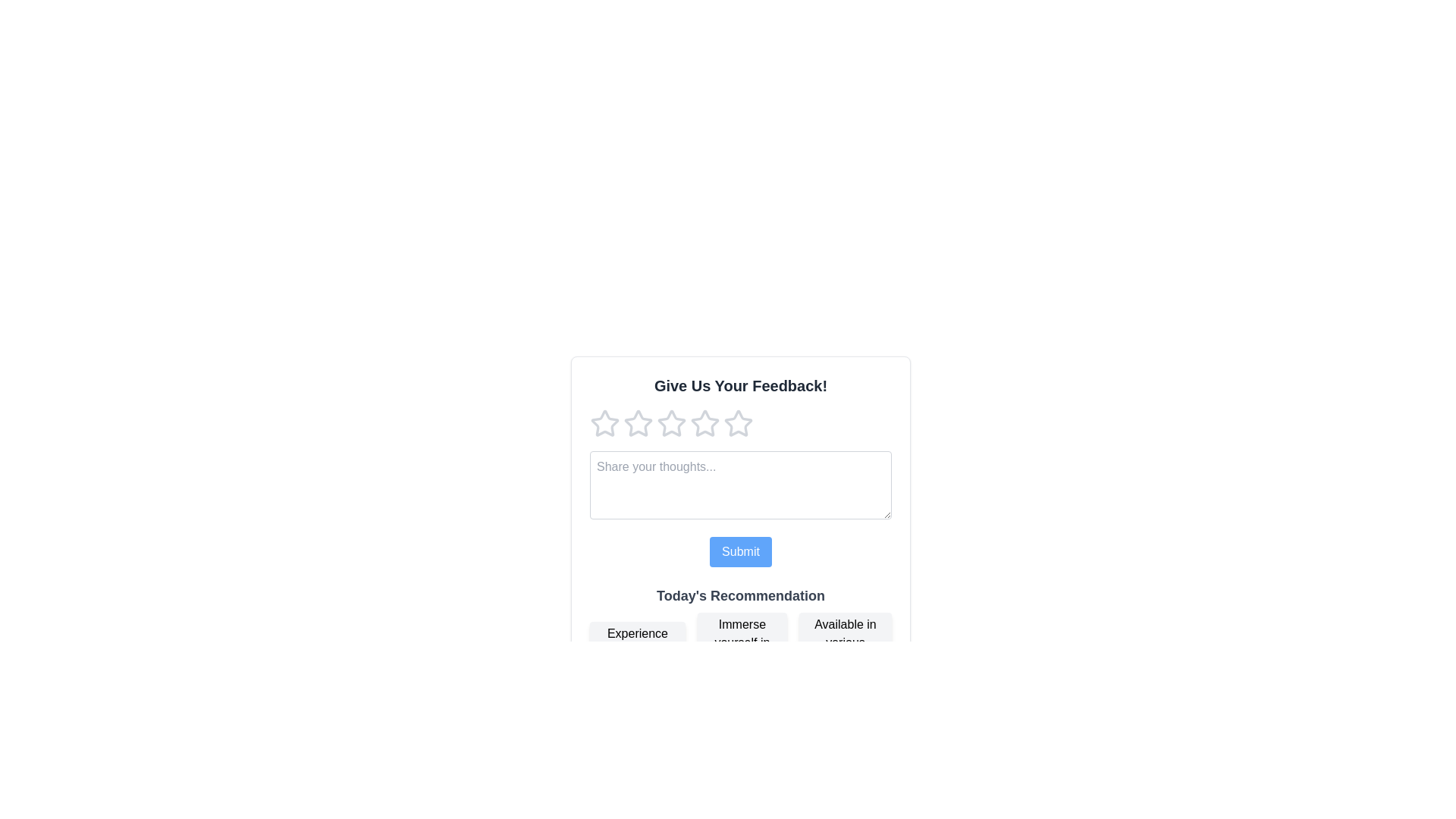 The width and height of the screenshot is (1456, 819). I want to click on the first star icon in the row of rating stars, so click(604, 424).